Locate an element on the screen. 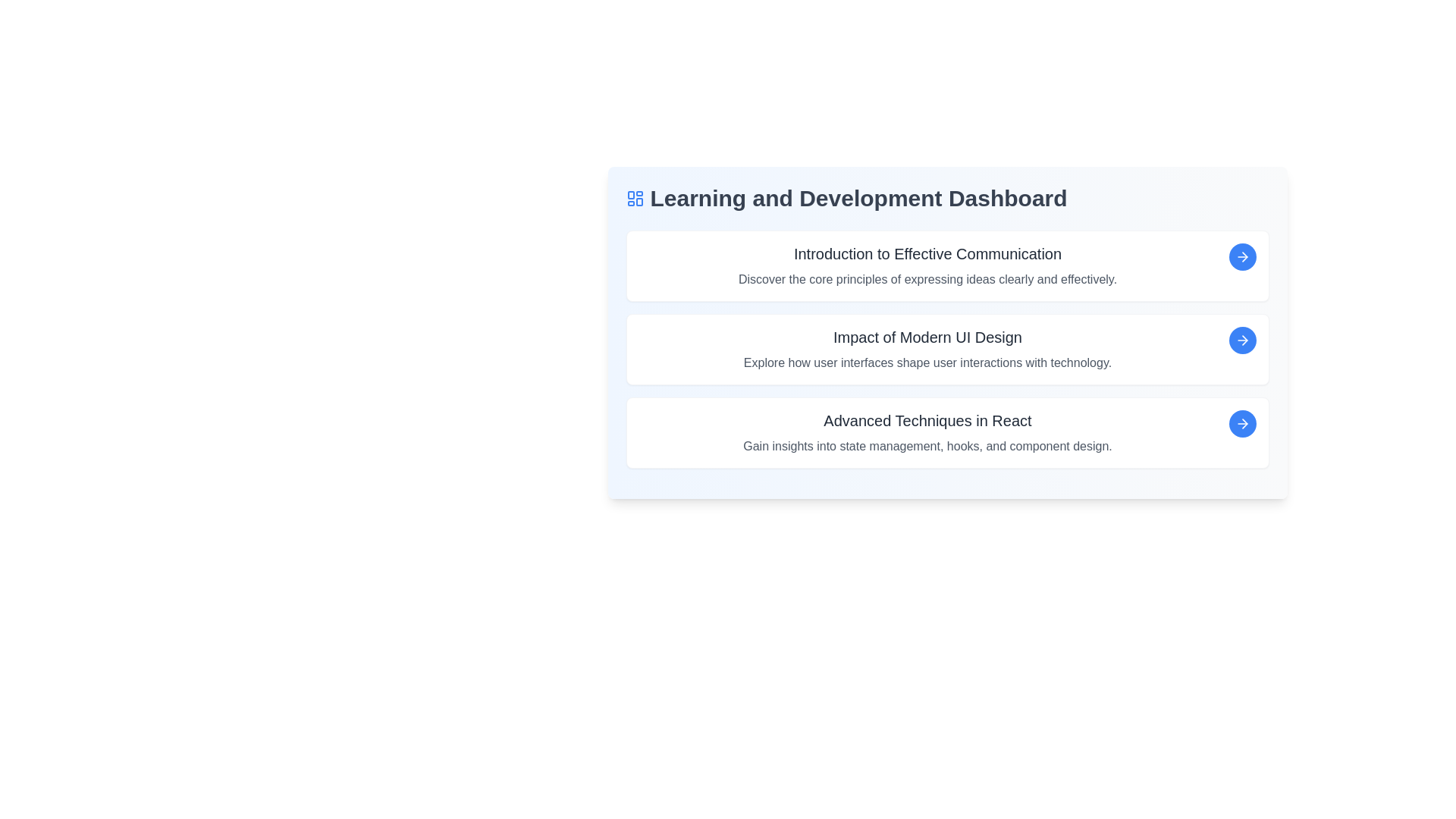 The height and width of the screenshot is (819, 1456). the blue circular button with a right-pointing white arrow icon is located at coordinates (1242, 424).